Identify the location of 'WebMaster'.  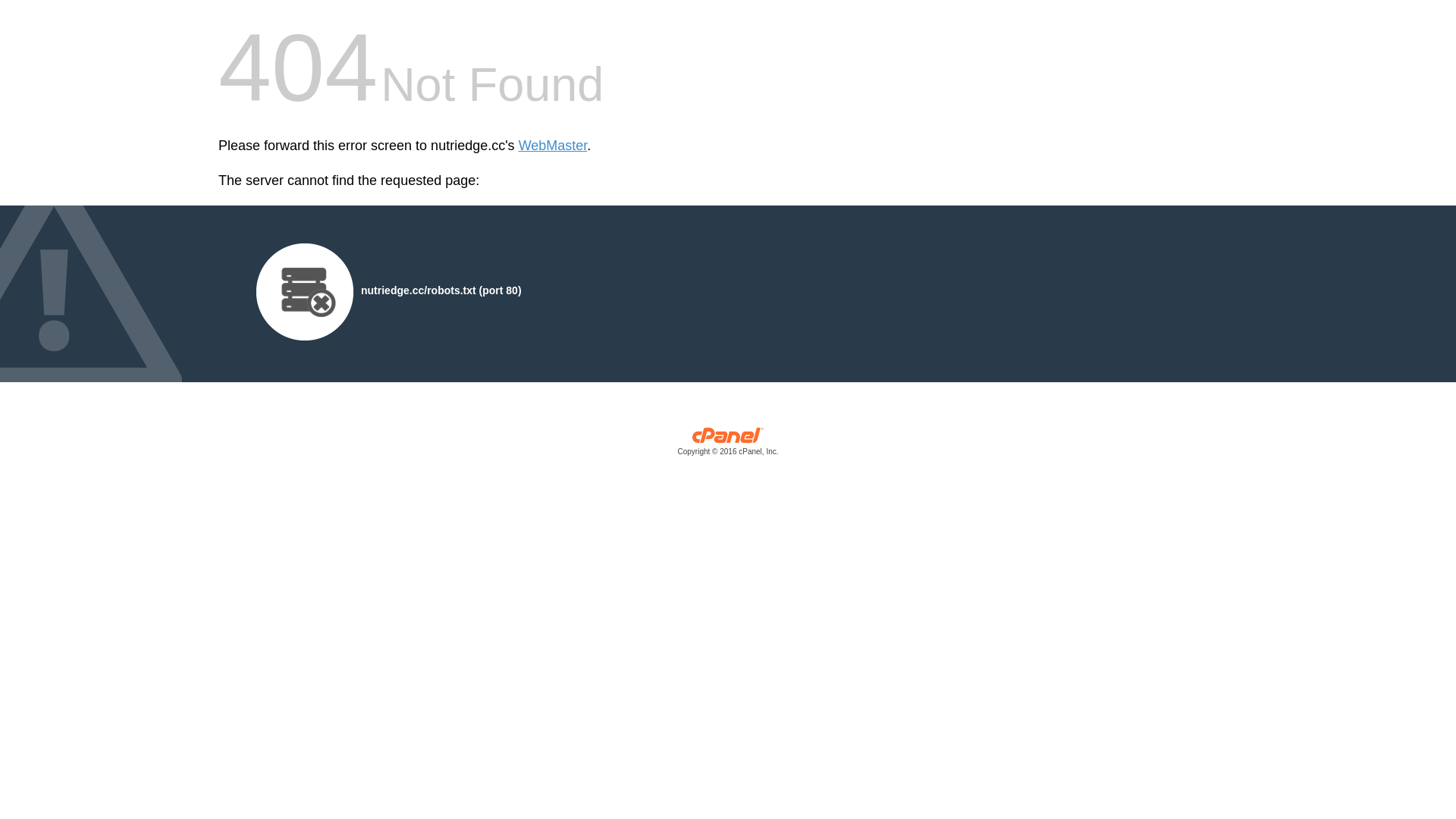
(519, 146).